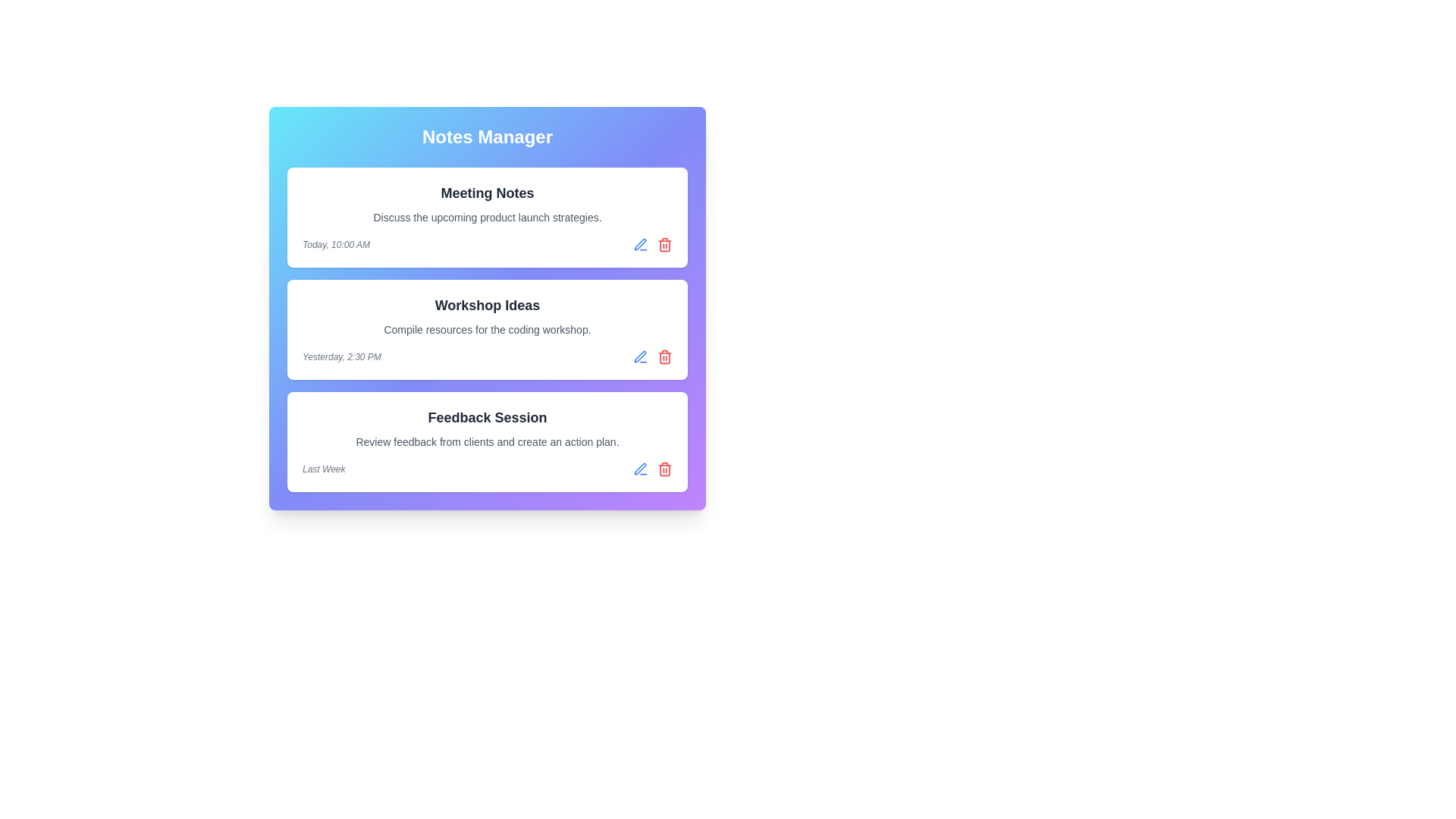 This screenshot has height=819, width=1456. Describe the element at coordinates (640, 356) in the screenshot. I see `the edit icon for the note titled 'Workshop Ideas'` at that location.